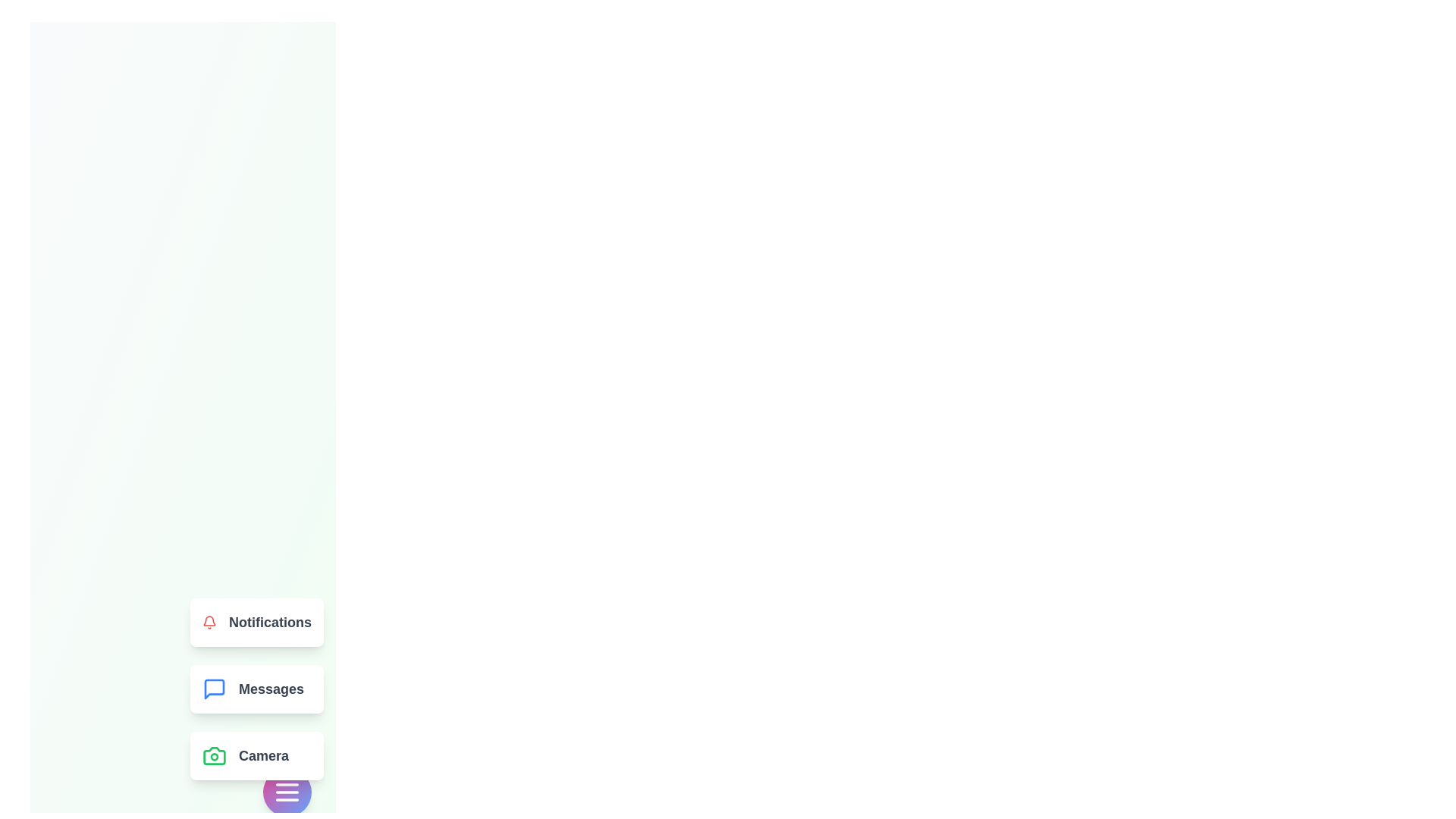 The width and height of the screenshot is (1456, 819). Describe the element at coordinates (257, 689) in the screenshot. I see `the 'Messages' option in the DynamicSpeedDial menu` at that location.